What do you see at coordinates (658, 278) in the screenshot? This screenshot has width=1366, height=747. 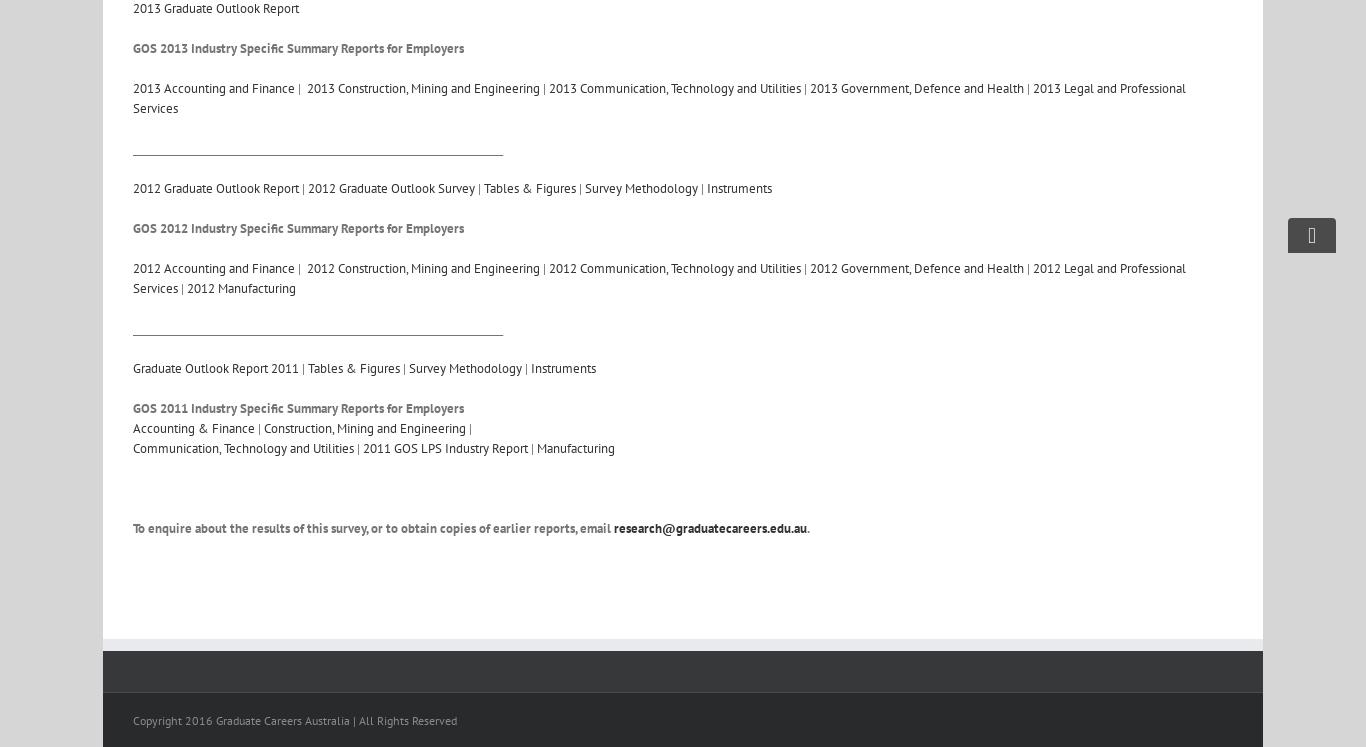 I see `'2012 Legal and Professional Services'` at bounding box center [658, 278].